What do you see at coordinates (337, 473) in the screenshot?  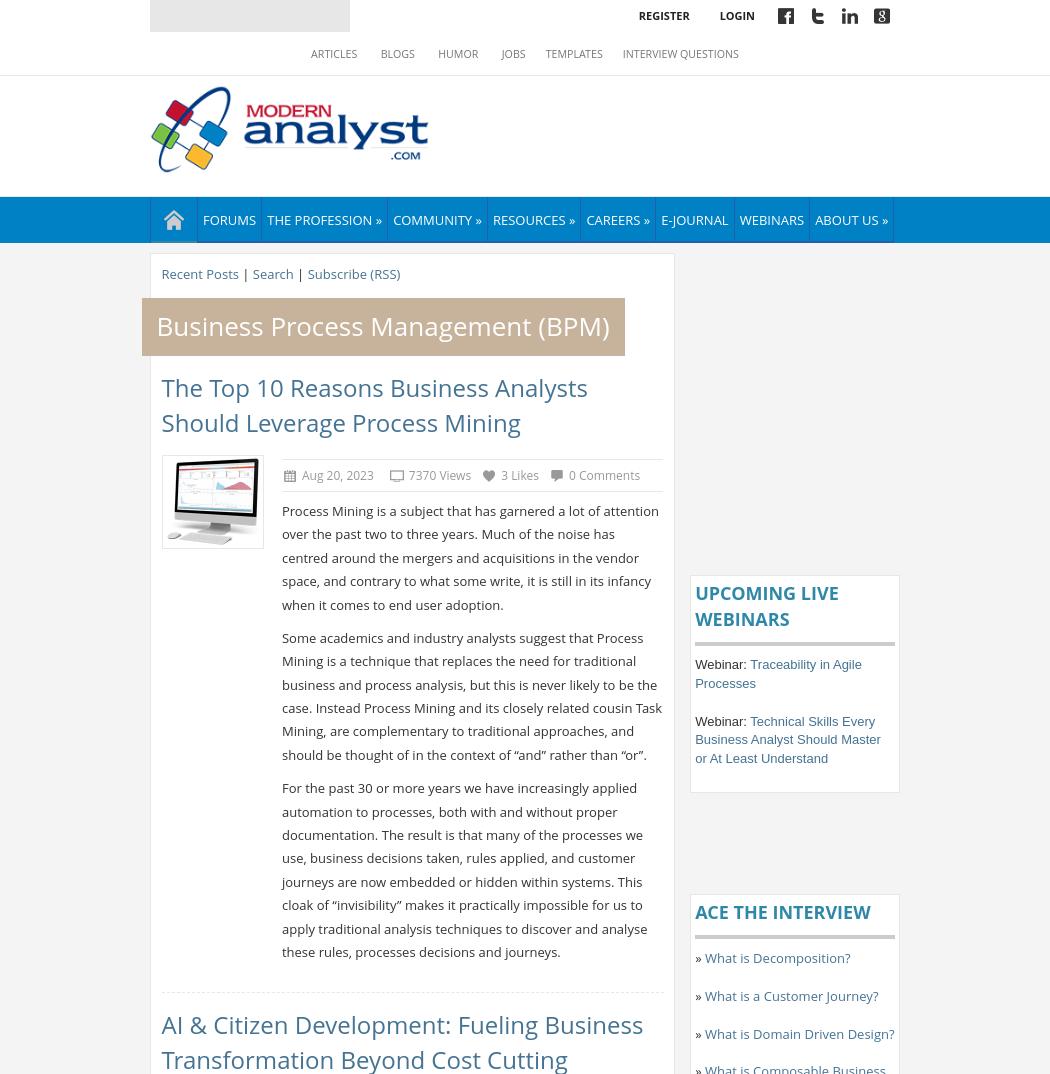 I see `'Aug 20, 2023'` at bounding box center [337, 473].